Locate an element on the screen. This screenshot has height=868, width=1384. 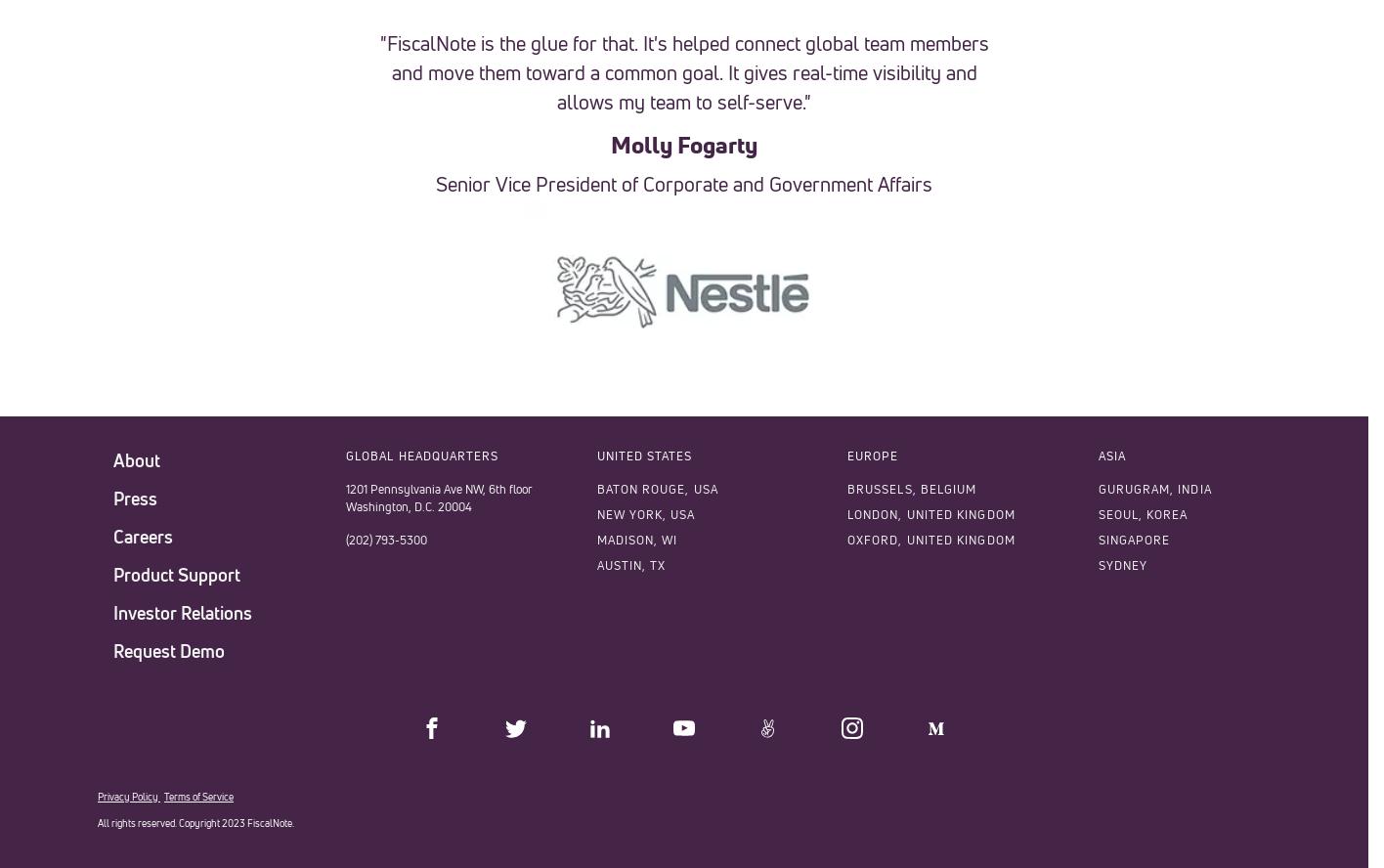
'1201 Pennsylvania Ave NW, 6th floor
Washington, D.C. 20004' is located at coordinates (438, 496).